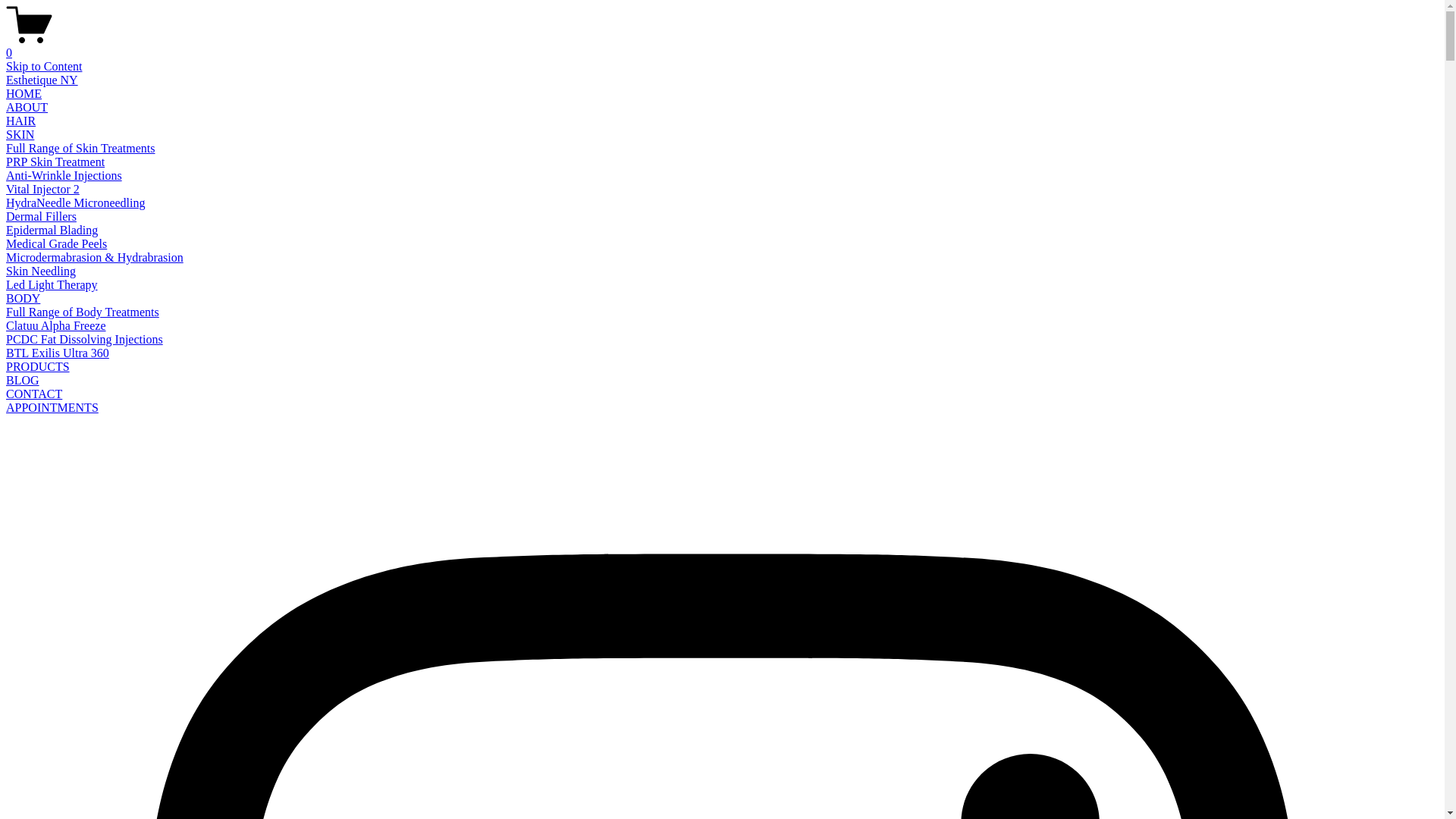  What do you see at coordinates (721, 45) in the screenshot?
I see `'0'` at bounding box center [721, 45].